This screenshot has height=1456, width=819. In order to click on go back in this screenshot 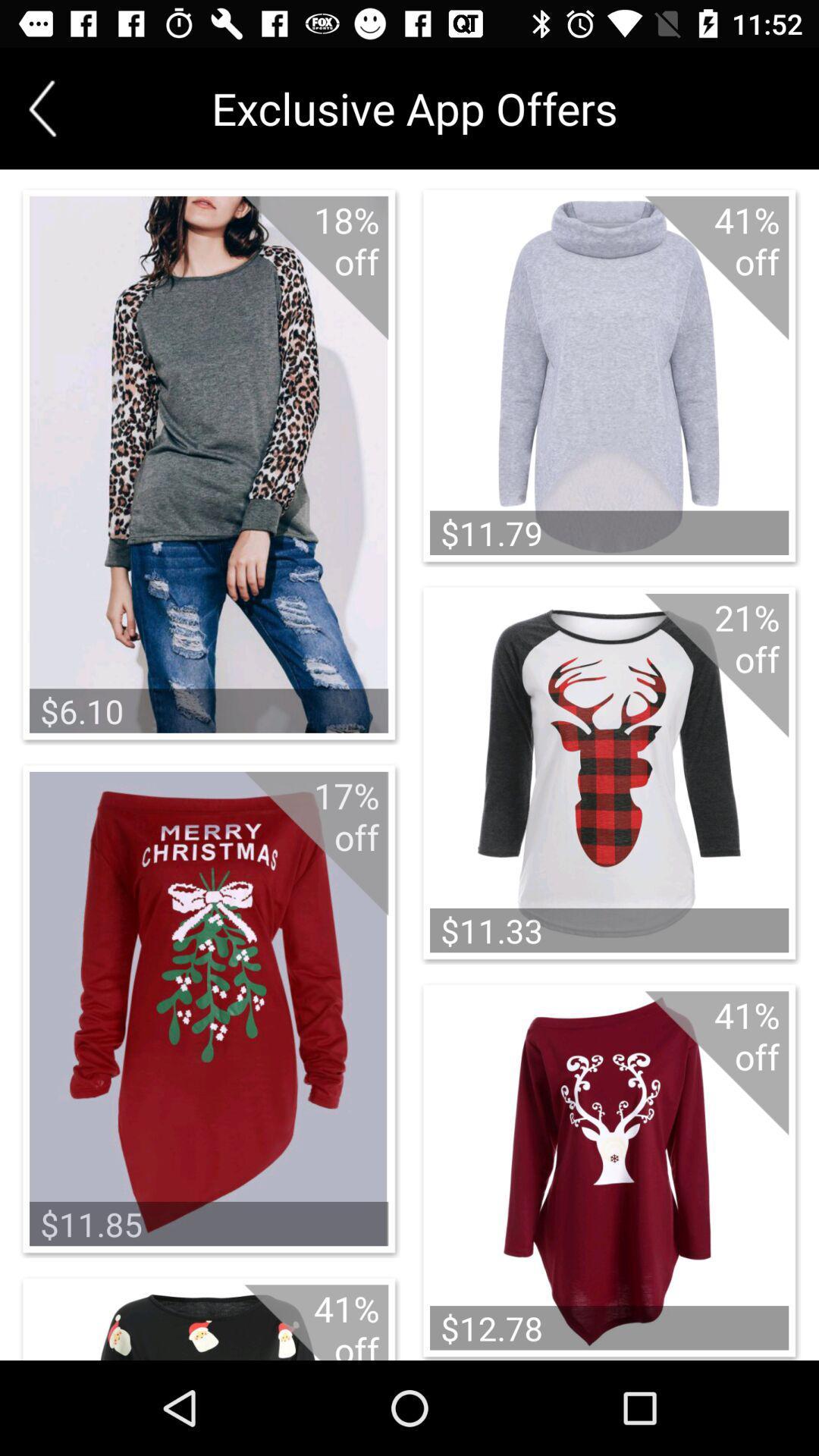, I will do `click(42, 108)`.